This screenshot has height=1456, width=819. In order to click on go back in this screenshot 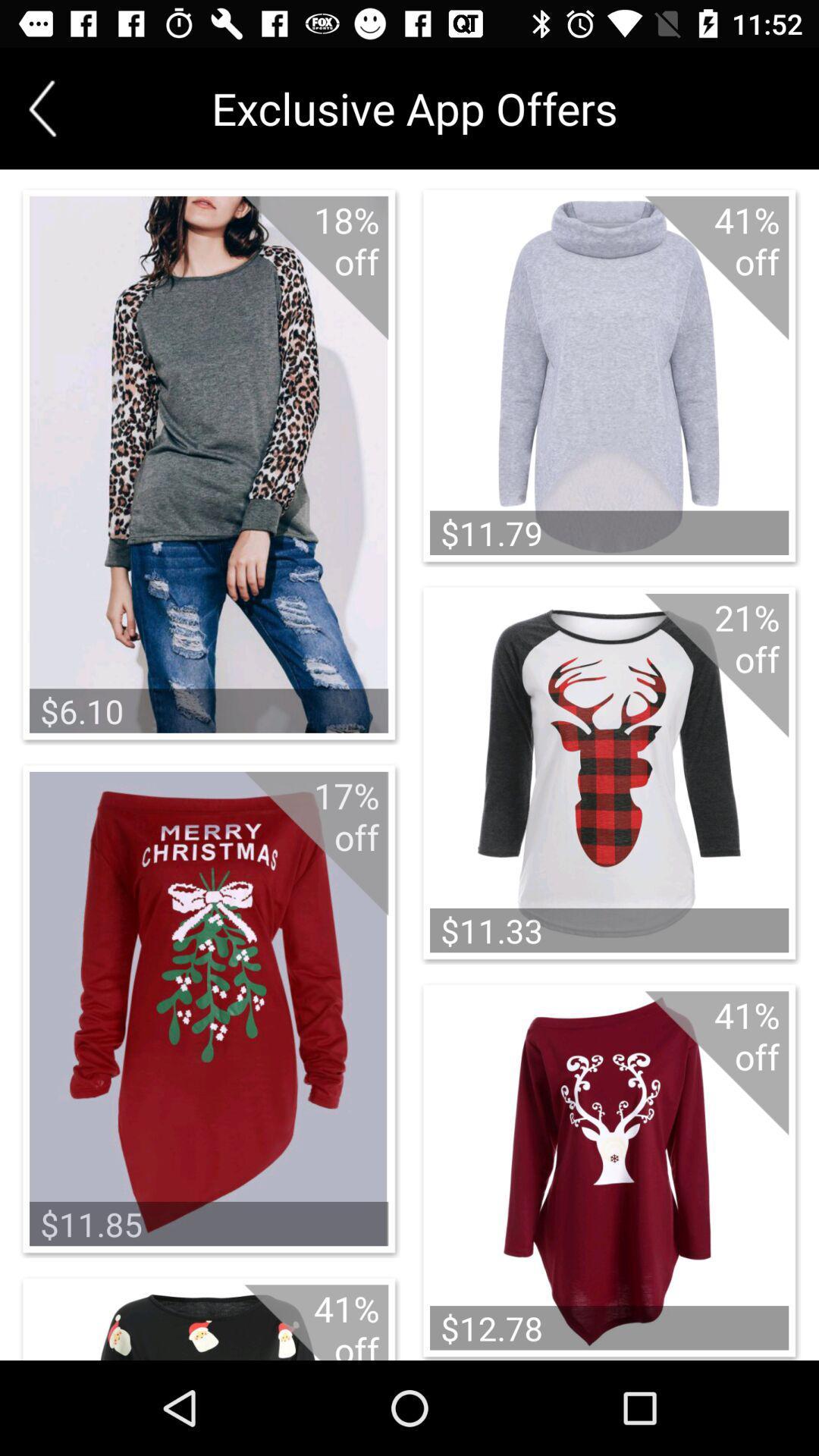, I will do `click(42, 108)`.